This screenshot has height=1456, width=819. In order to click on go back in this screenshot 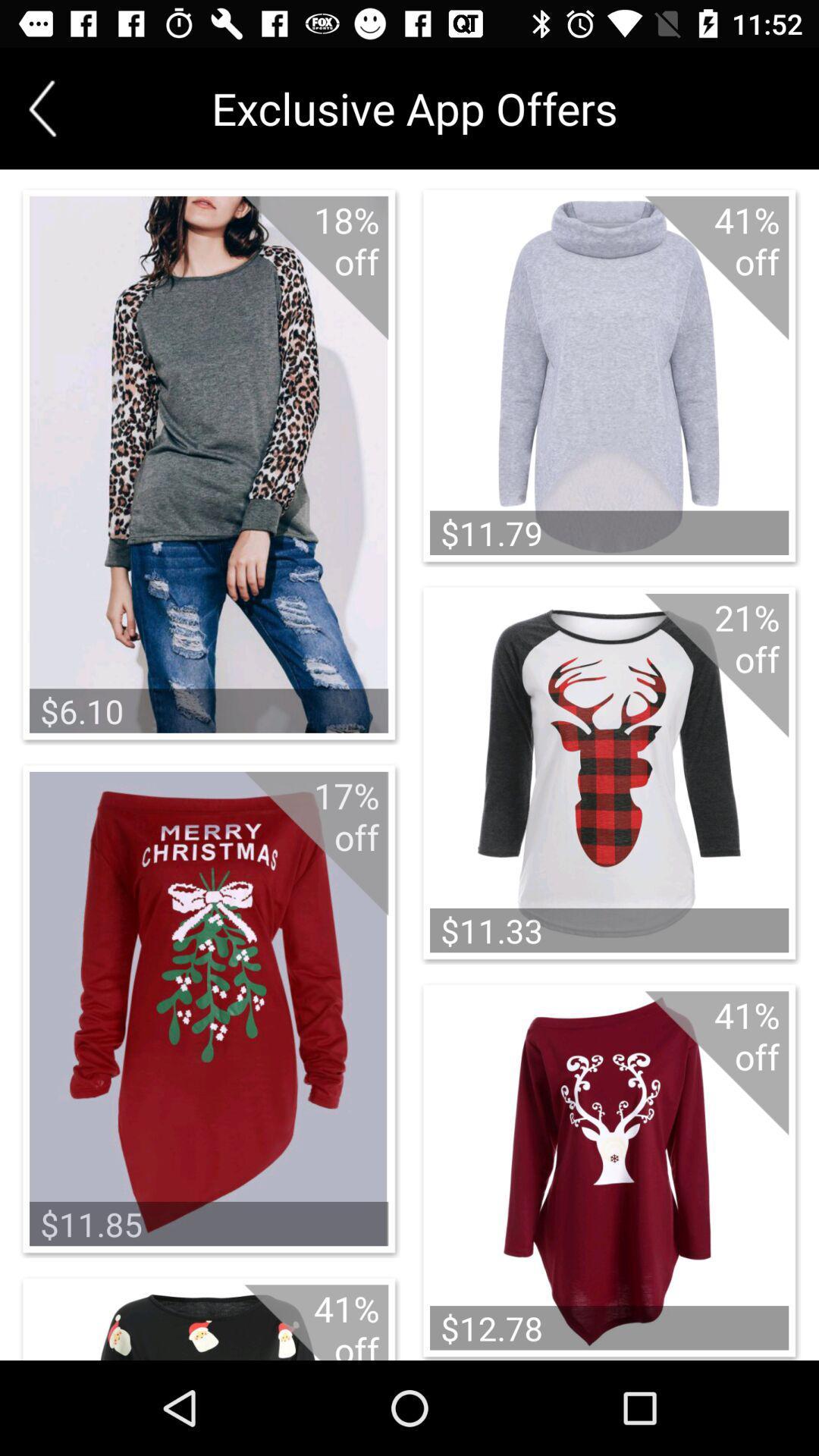, I will do `click(42, 108)`.